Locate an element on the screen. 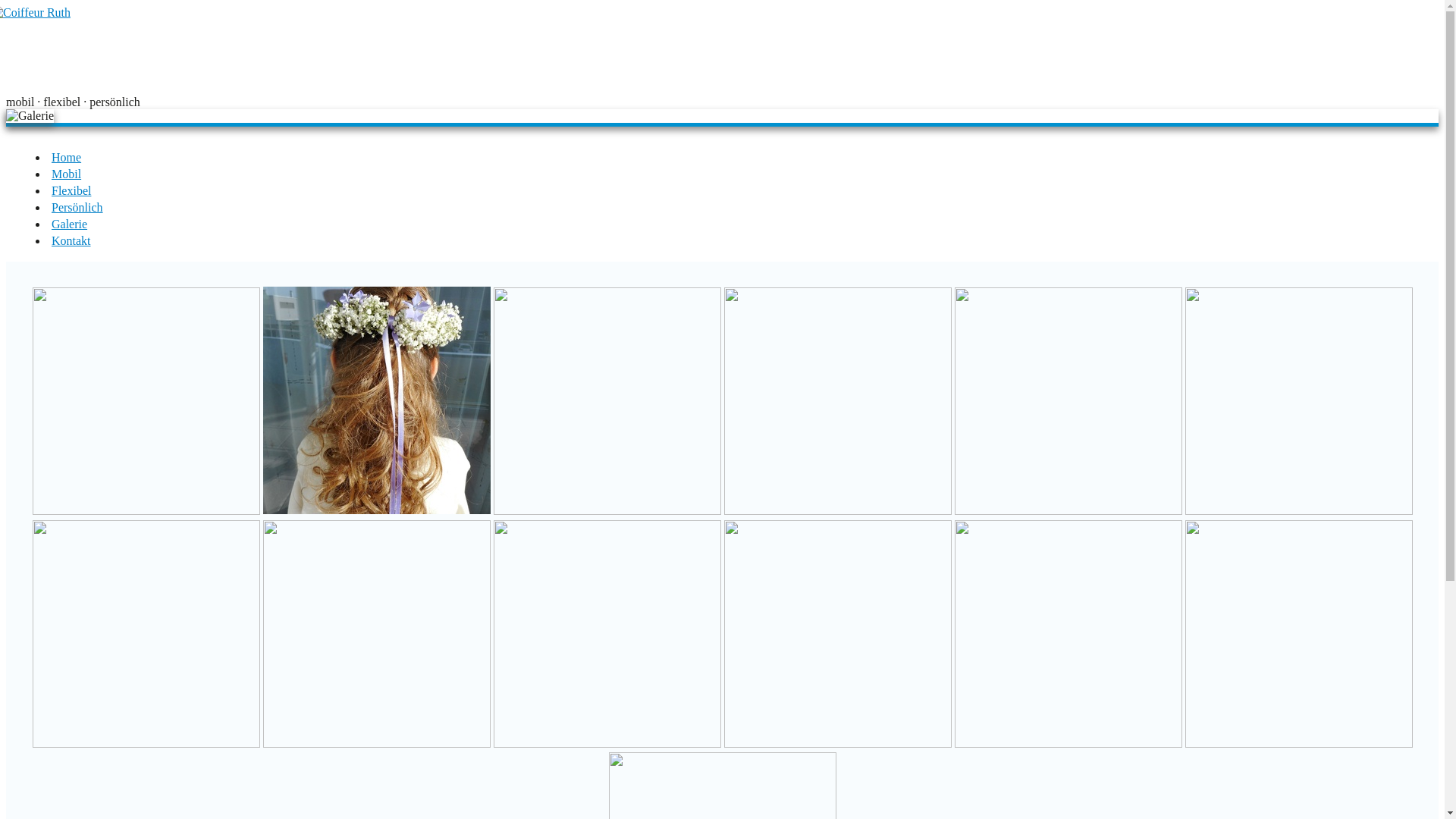 This screenshot has height=819, width=1456. 'Home' is located at coordinates (65, 157).